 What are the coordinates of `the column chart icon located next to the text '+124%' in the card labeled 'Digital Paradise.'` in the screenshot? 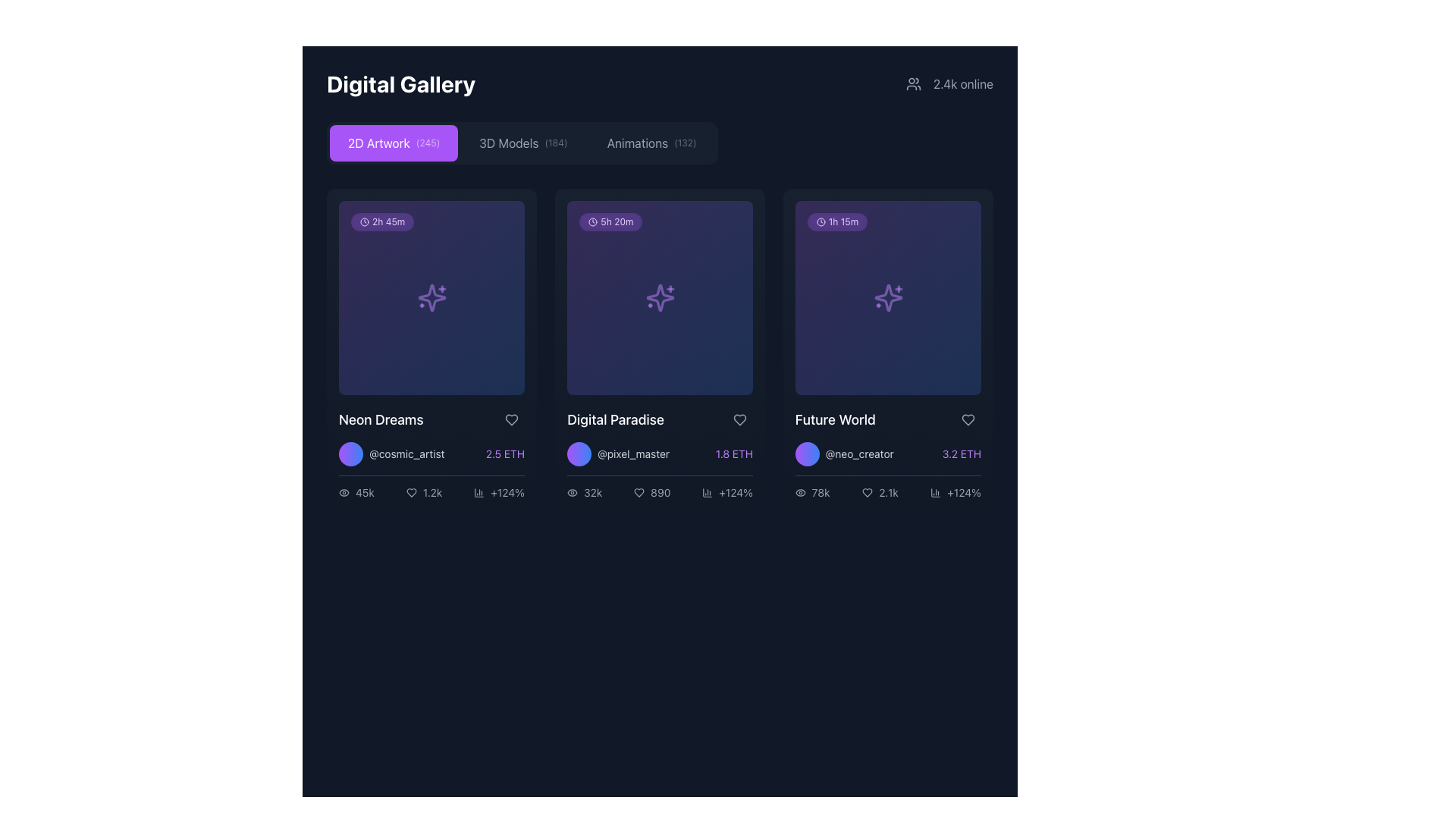 It's located at (707, 493).